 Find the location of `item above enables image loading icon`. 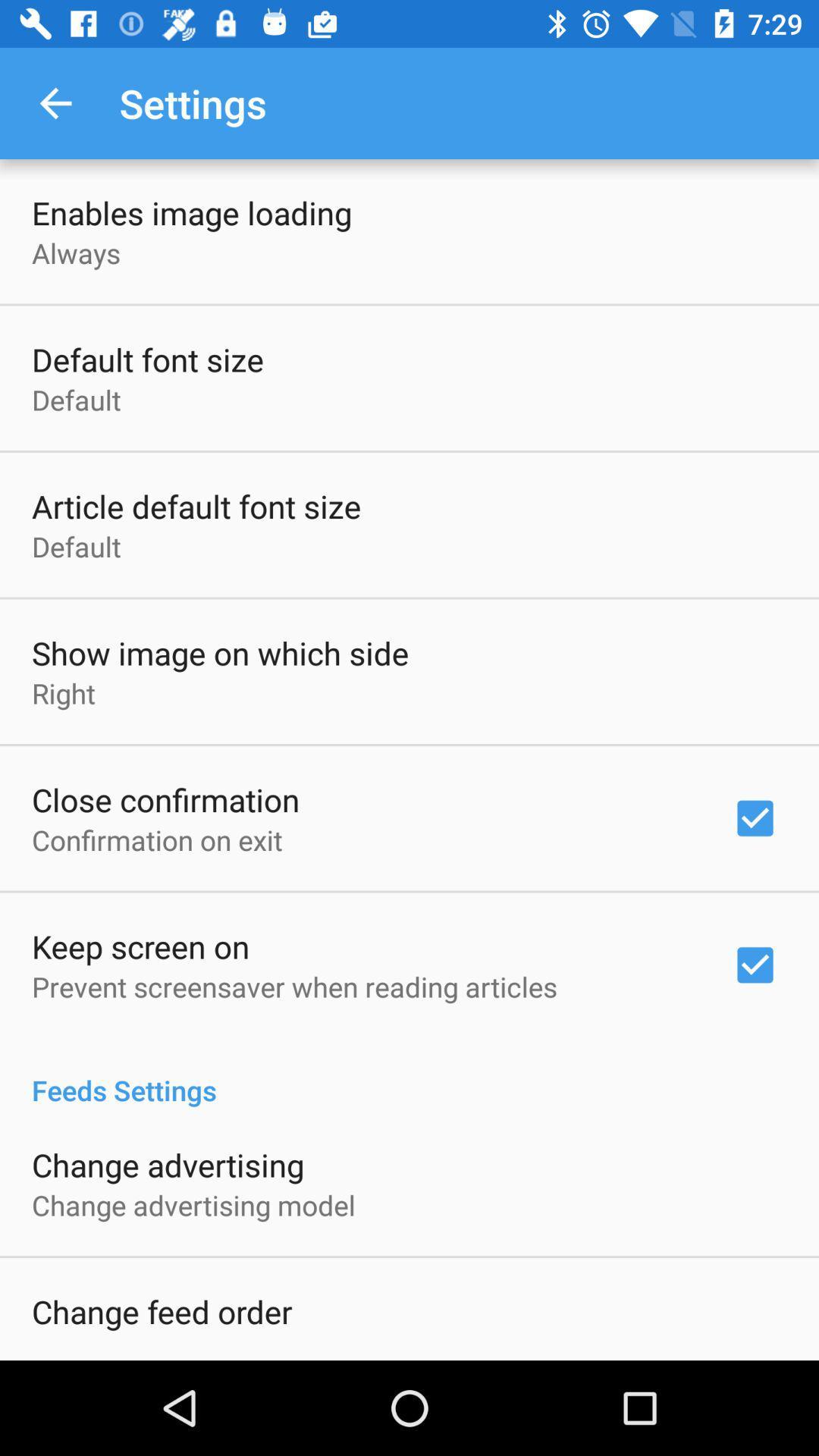

item above enables image loading icon is located at coordinates (55, 102).